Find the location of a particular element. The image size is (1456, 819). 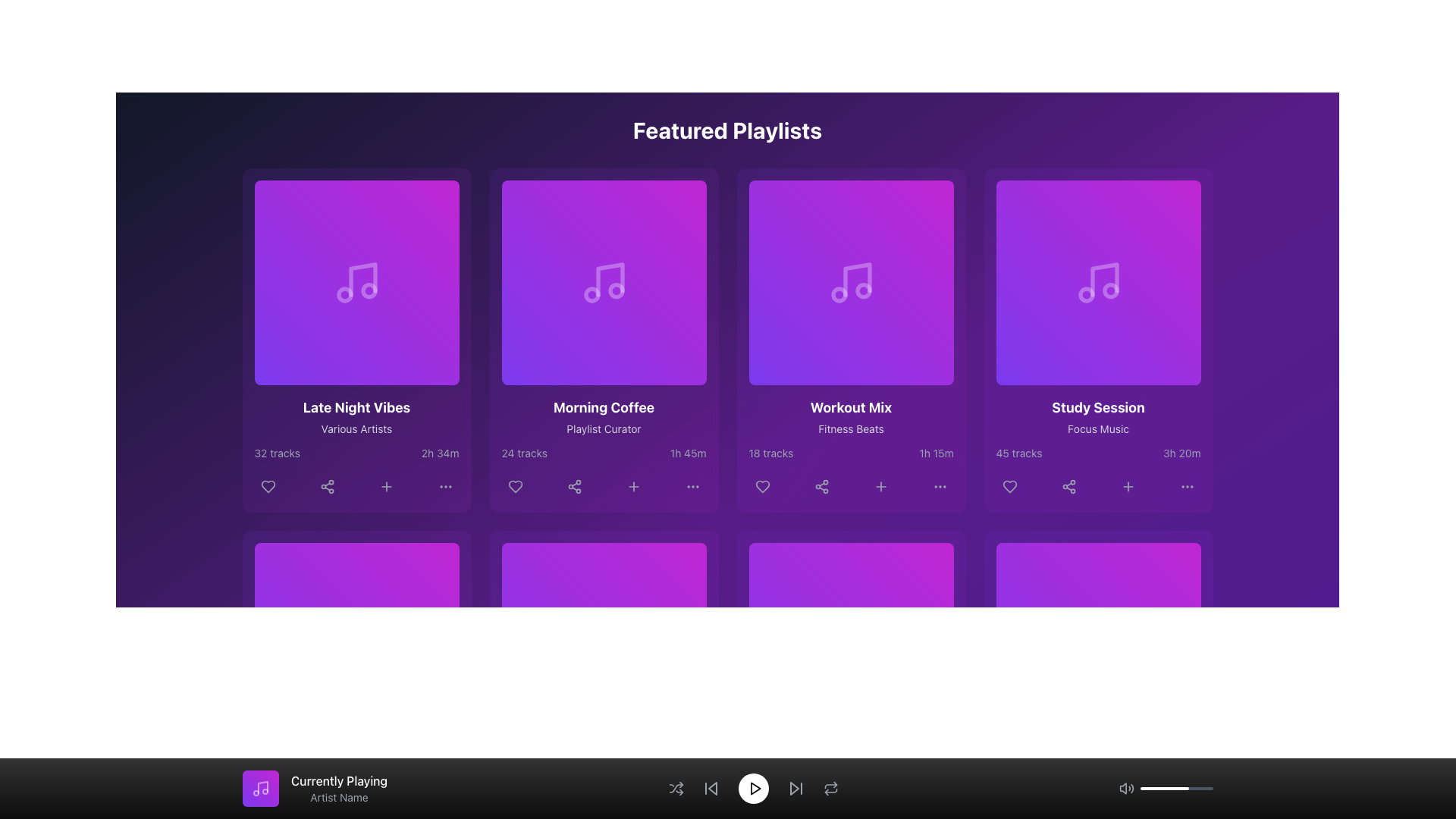

the vector graphic component located on the right side of the music icon within the Study Session playlist card, situated in the second row and fourth column of the grid is located at coordinates (1110, 290).